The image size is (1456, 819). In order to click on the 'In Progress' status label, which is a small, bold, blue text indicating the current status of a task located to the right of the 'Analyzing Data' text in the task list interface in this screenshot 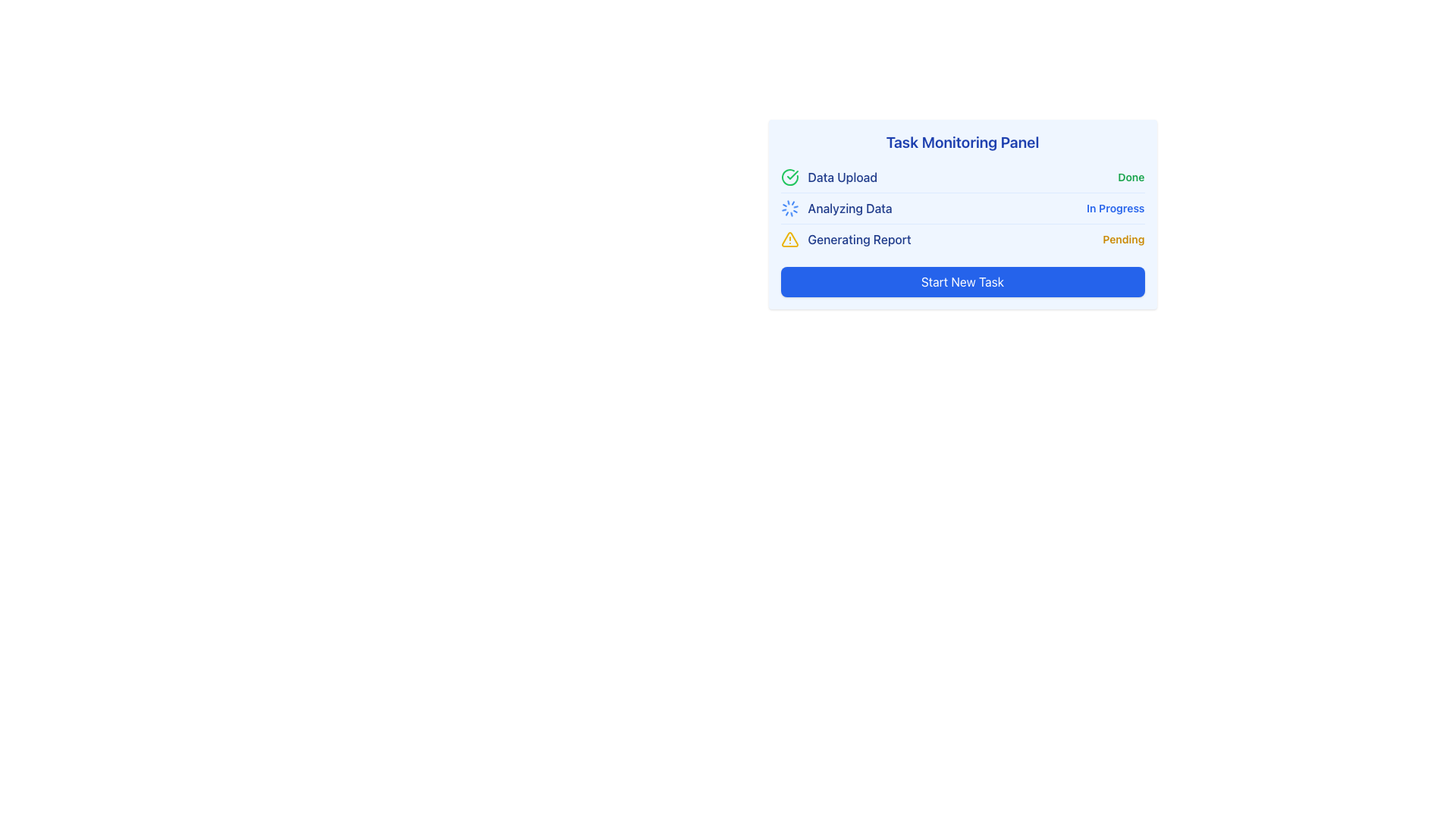, I will do `click(1116, 208)`.